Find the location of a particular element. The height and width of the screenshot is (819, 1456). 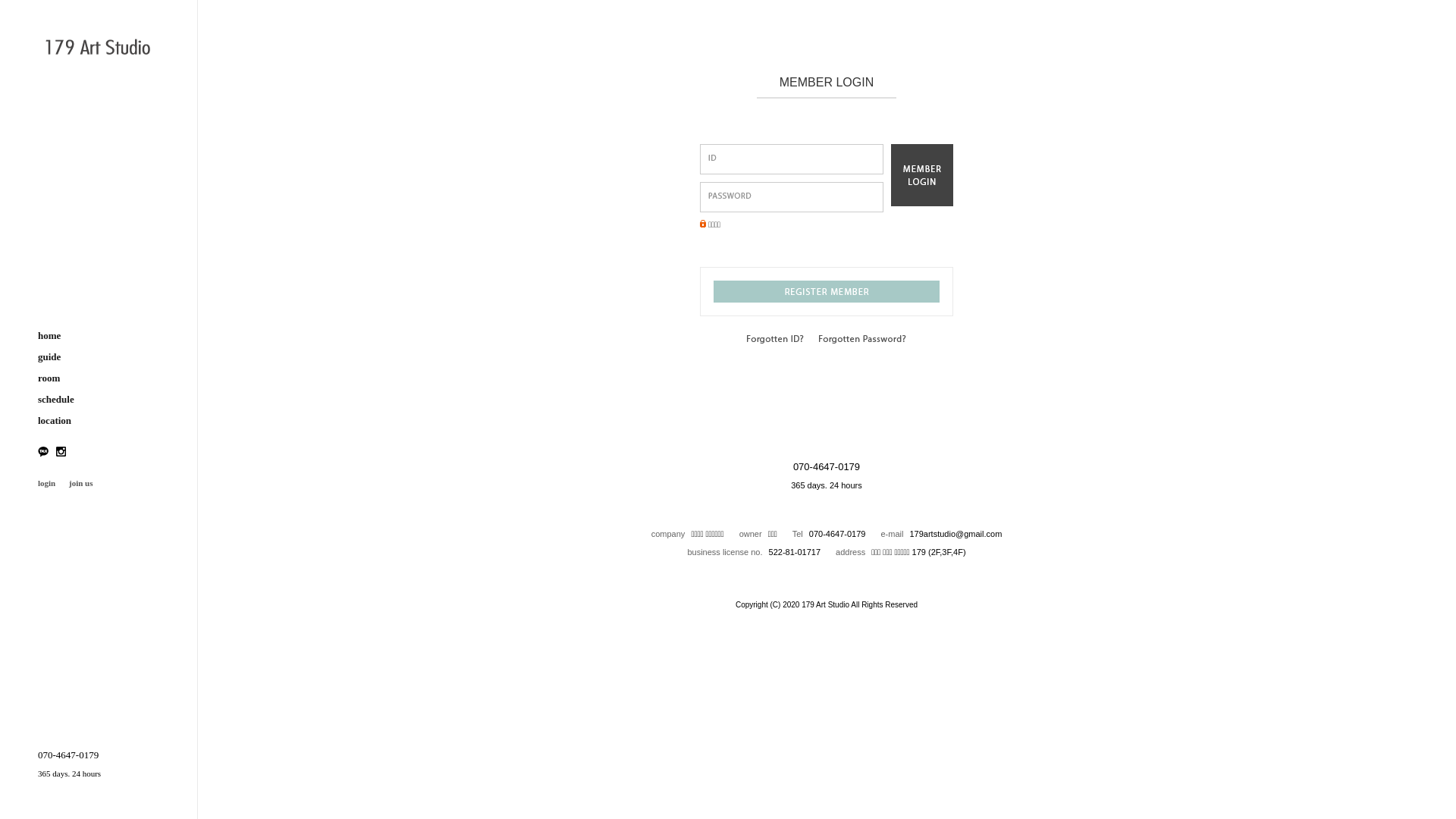

'login' is located at coordinates (46, 482).